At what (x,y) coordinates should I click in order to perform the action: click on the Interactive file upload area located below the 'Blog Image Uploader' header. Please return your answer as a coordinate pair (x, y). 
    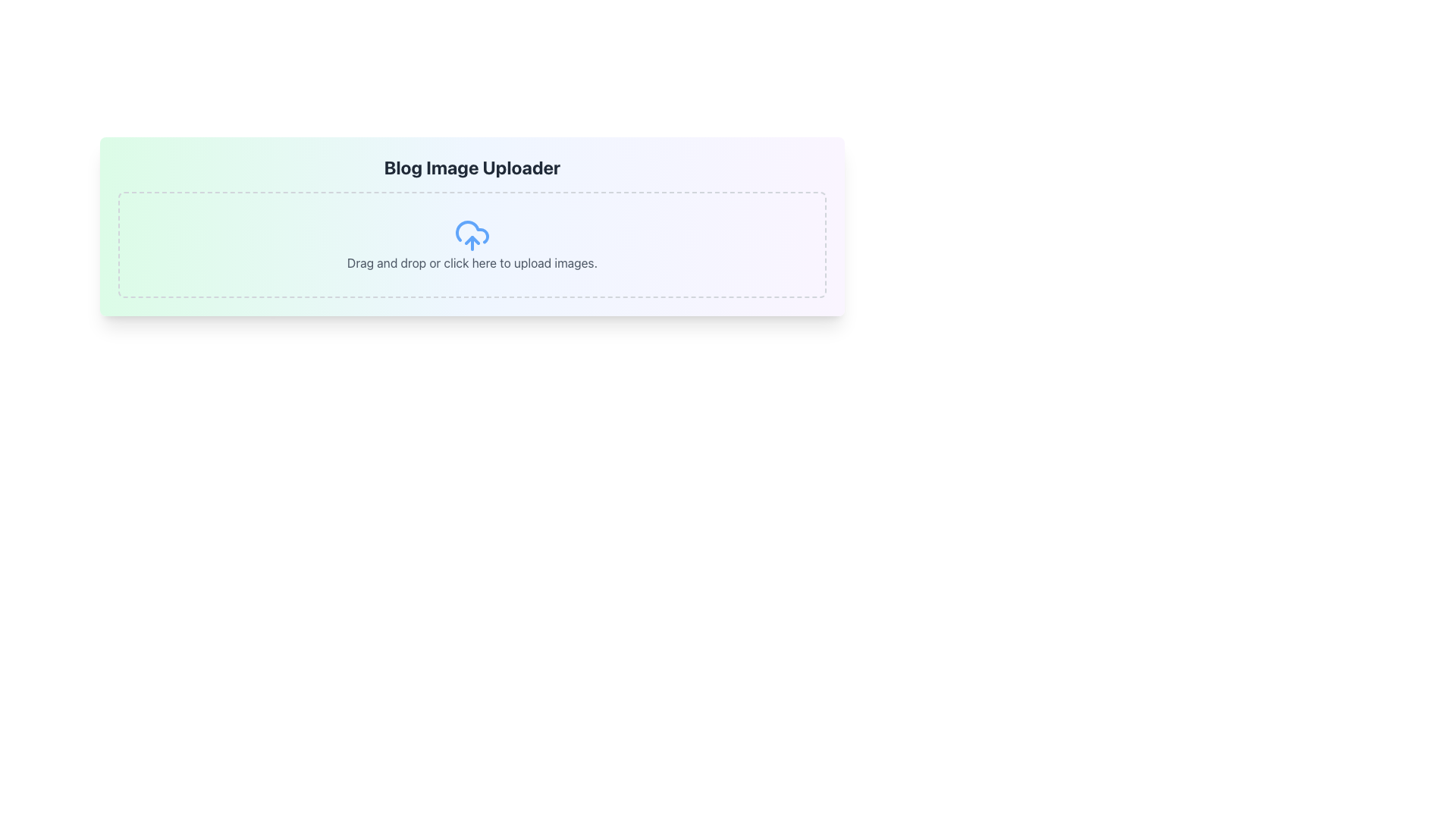
    Looking at the image, I should click on (472, 244).